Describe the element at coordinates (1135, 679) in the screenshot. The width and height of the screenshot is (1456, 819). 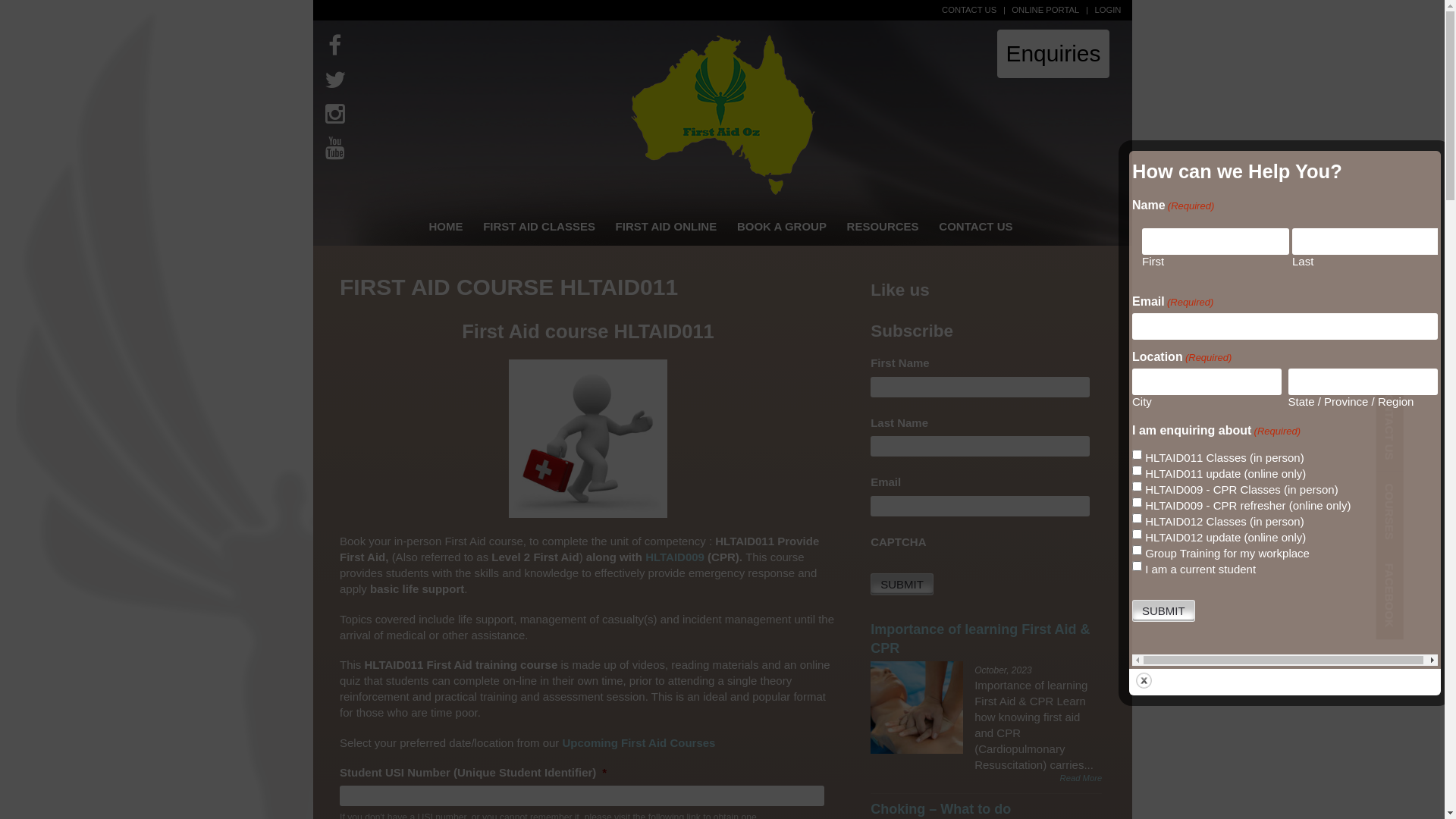
I see `'Close'` at that location.